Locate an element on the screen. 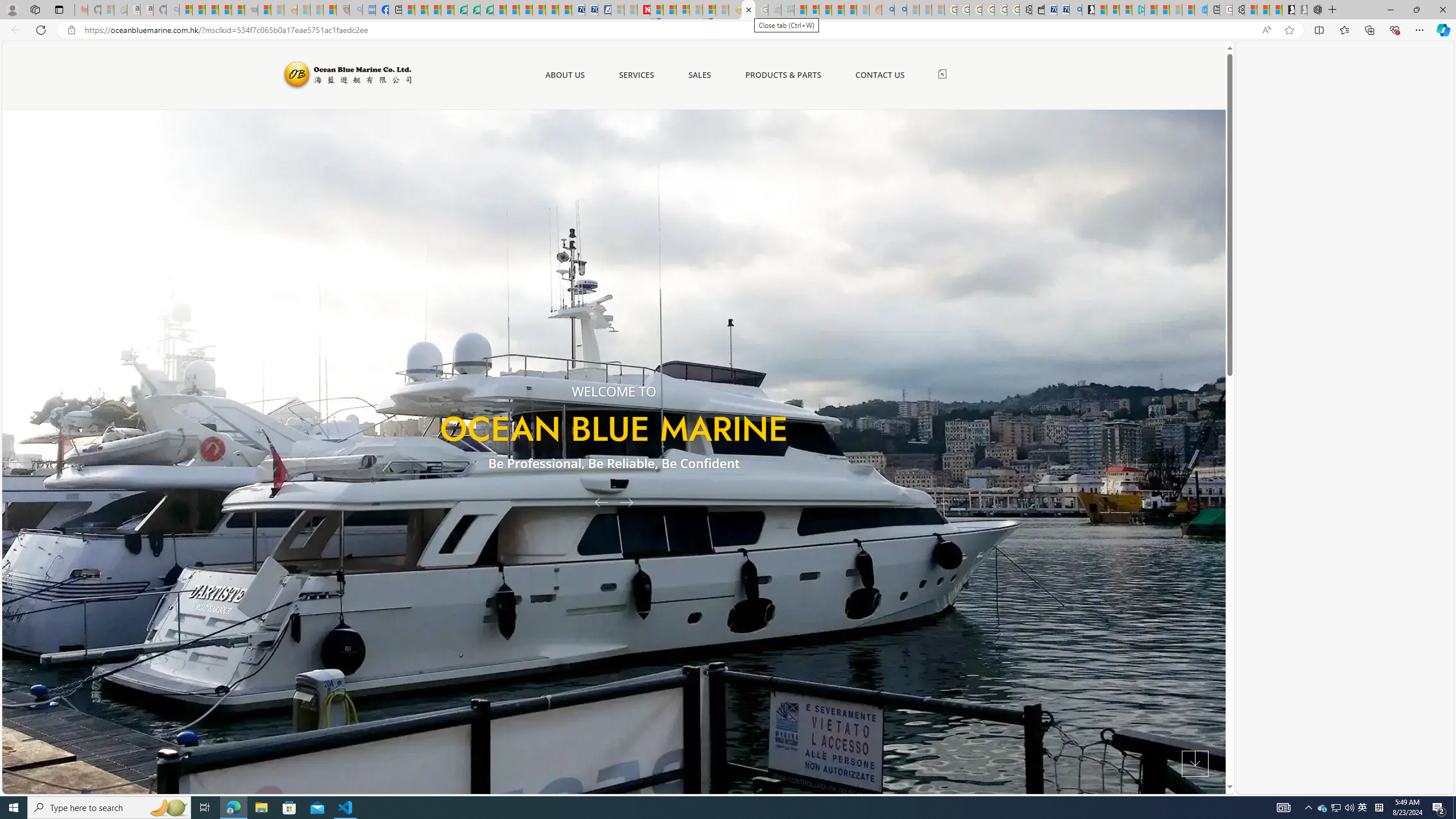 This screenshot has width=1456, height=819. 'CONTACT US' is located at coordinates (879, 75).